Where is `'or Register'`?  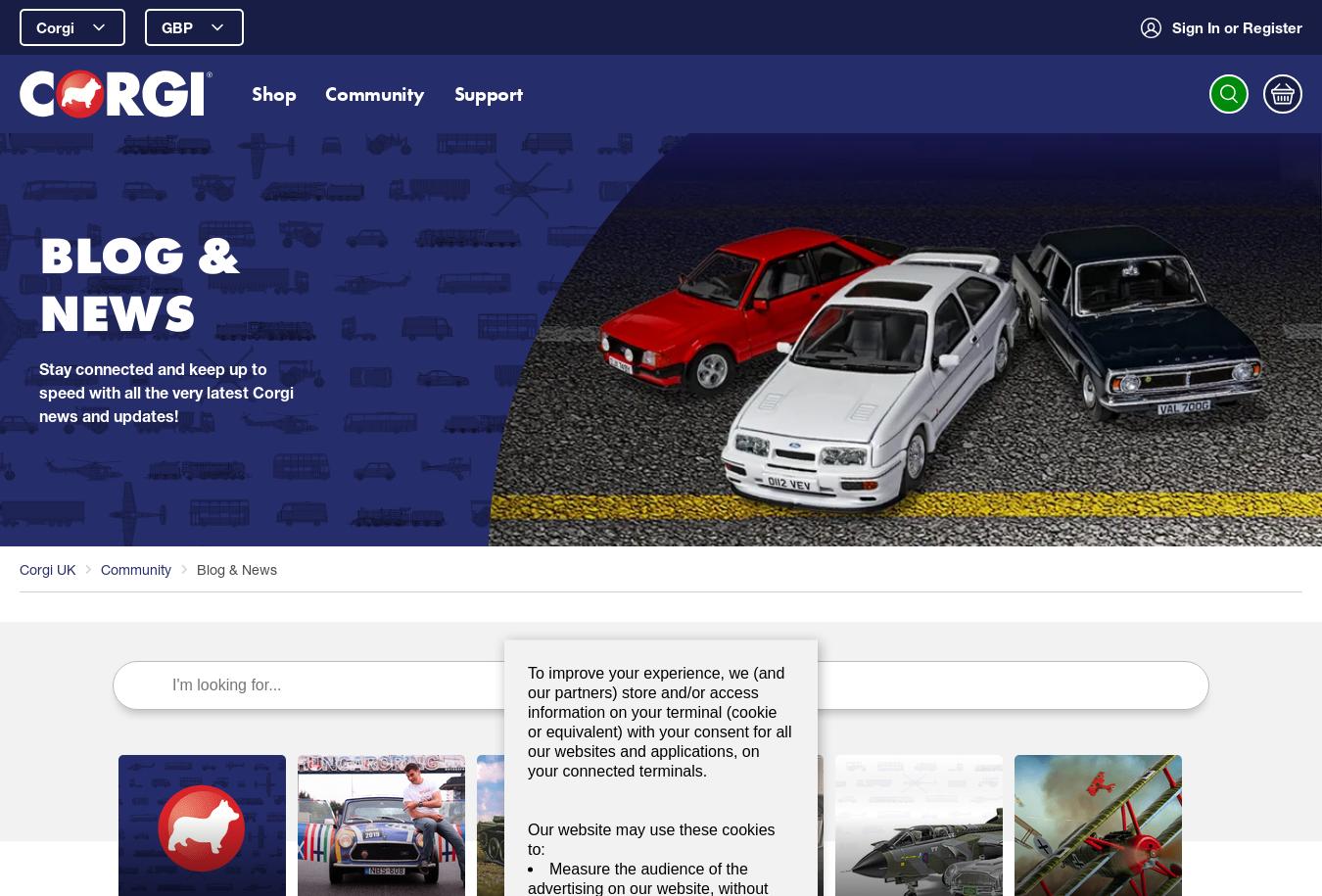 'or Register' is located at coordinates (1223, 26).